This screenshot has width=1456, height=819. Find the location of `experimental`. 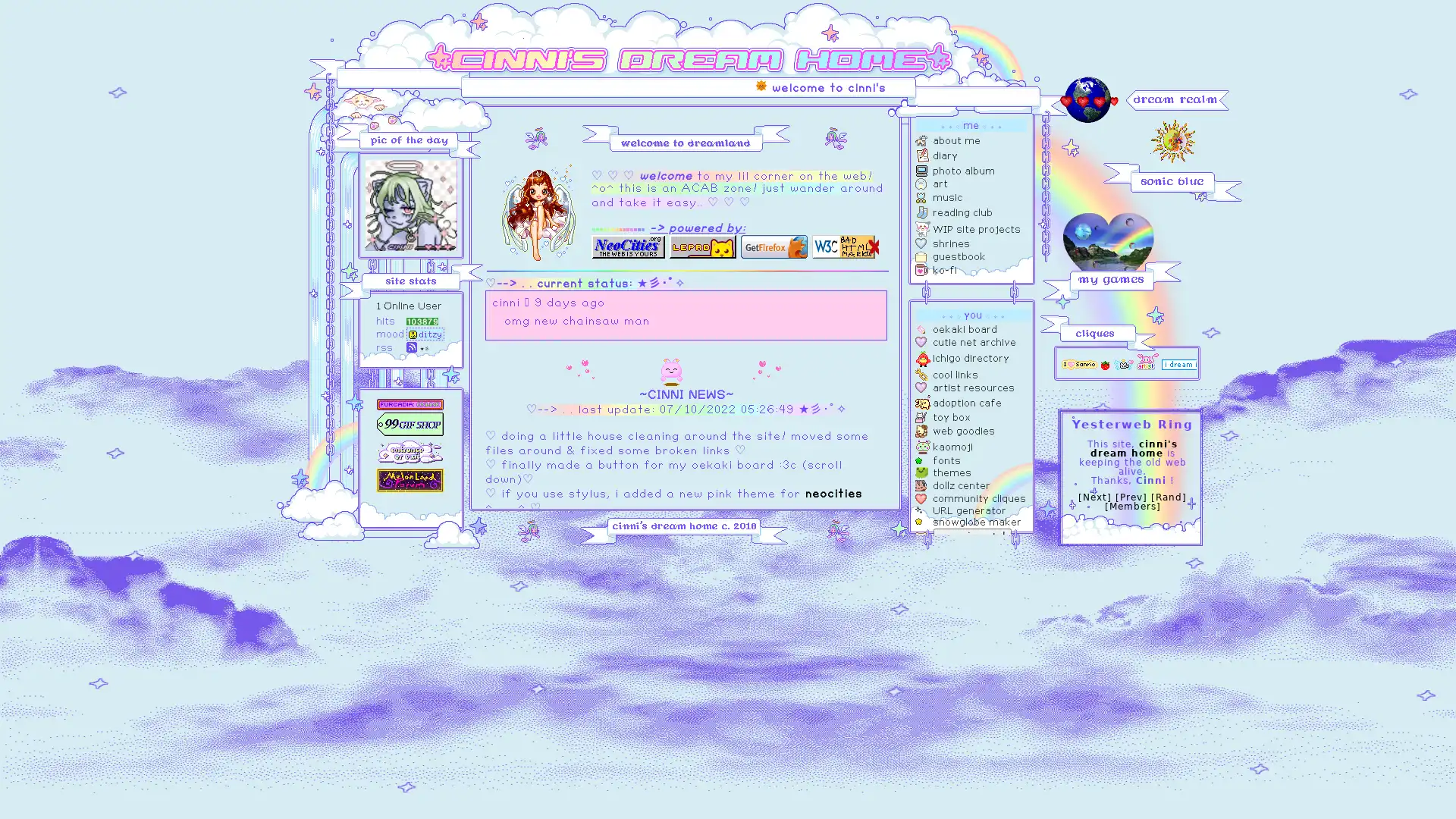

experimental is located at coordinates (972, 535).